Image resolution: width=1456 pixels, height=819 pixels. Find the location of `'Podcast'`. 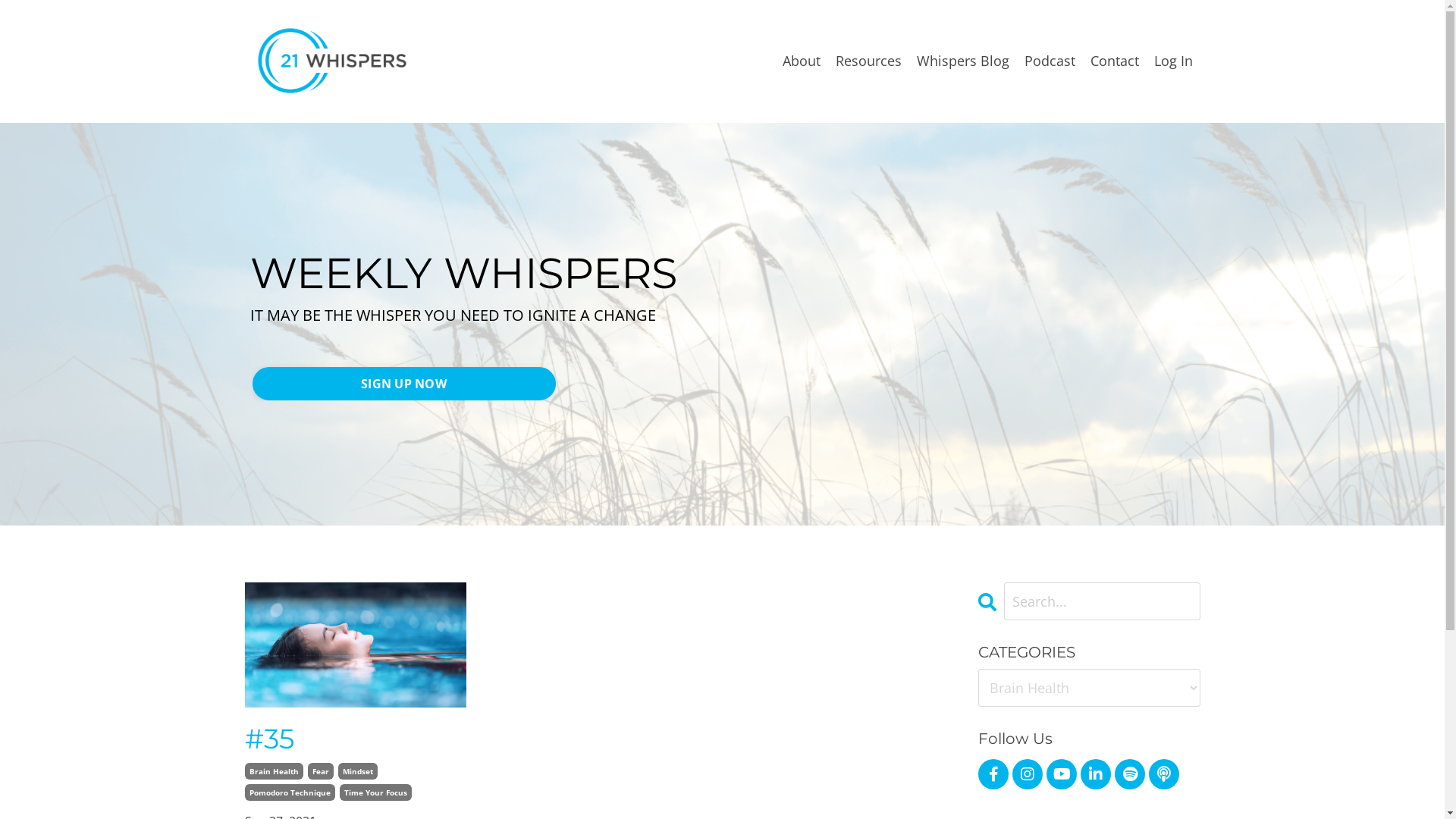

'Podcast' is located at coordinates (1023, 60).